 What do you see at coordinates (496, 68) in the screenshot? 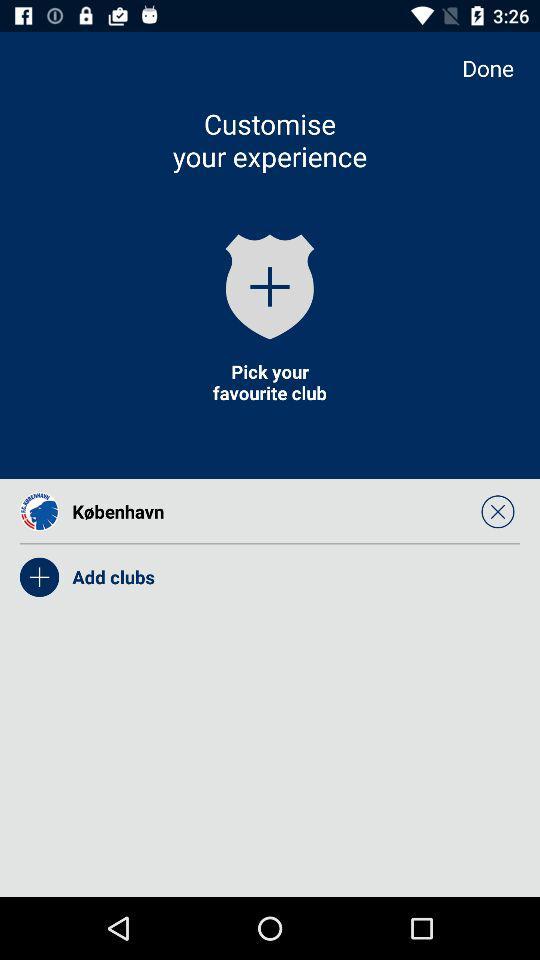
I see `the done app` at bounding box center [496, 68].